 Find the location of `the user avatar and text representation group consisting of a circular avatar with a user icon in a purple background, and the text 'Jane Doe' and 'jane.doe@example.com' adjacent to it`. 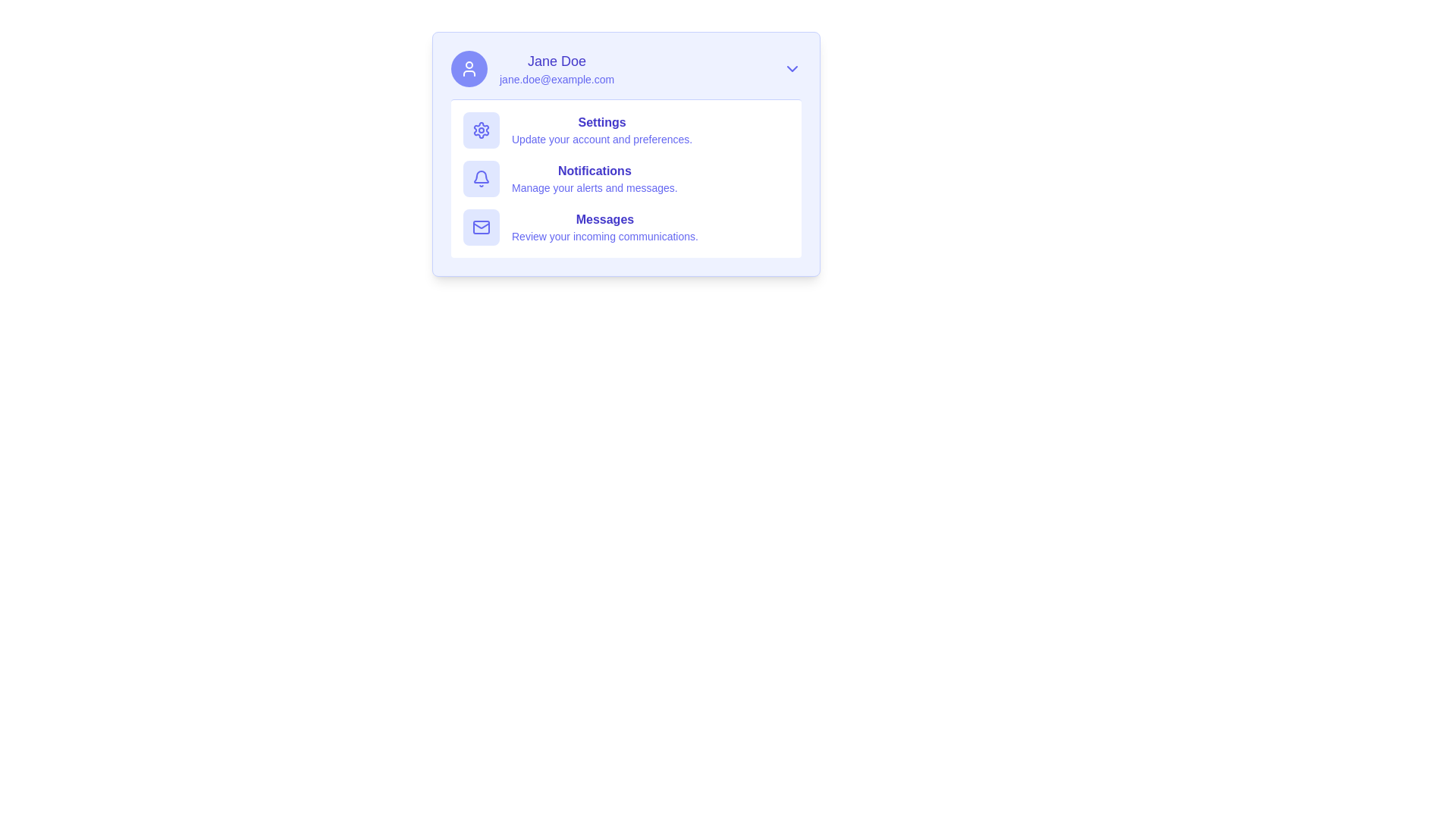

the user avatar and text representation group consisting of a circular avatar with a user icon in a purple background, and the text 'Jane Doe' and 'jane.doe@example.com' adjacent to it is located at coordinates (532, 69).